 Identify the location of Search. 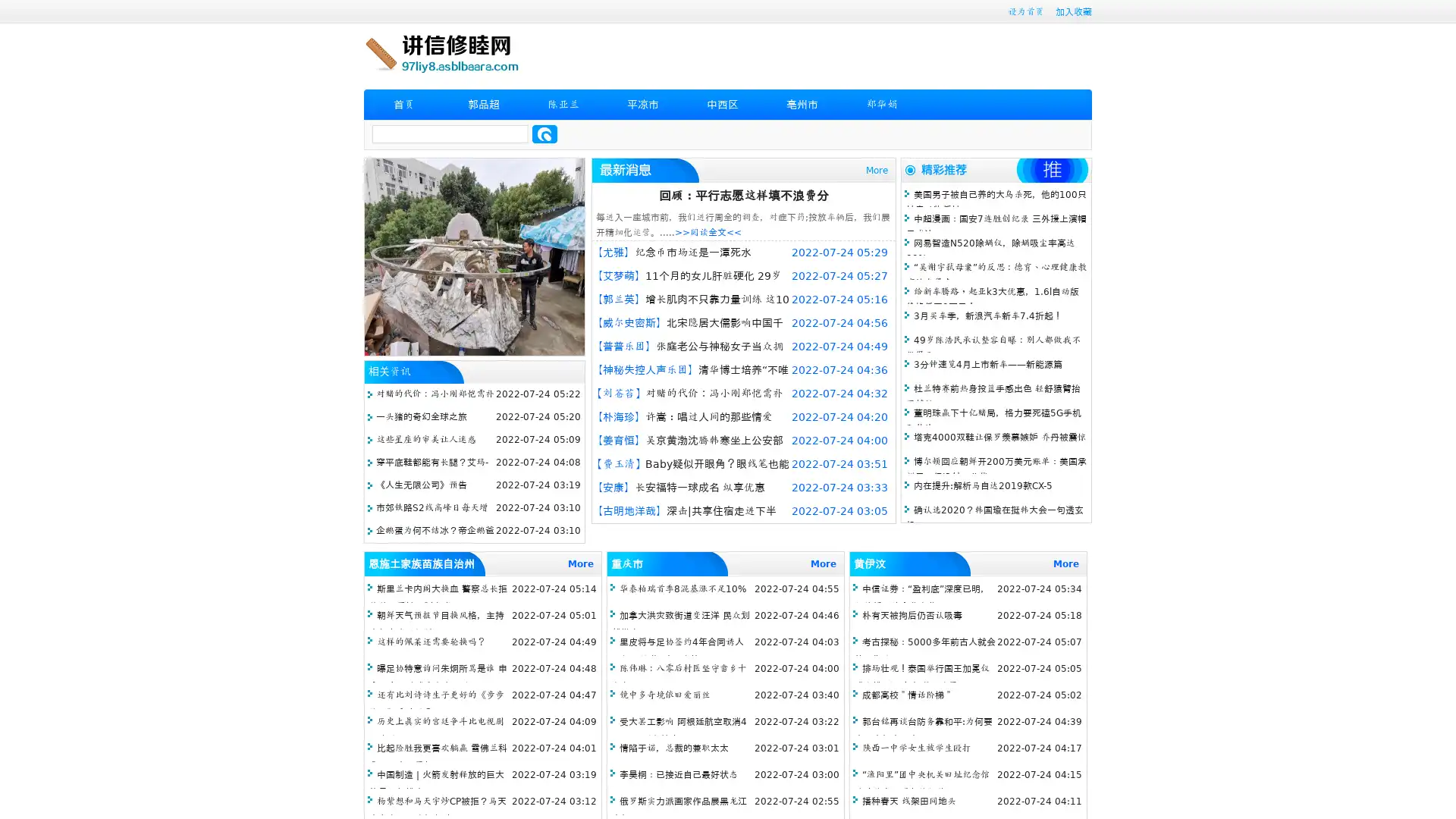
(544, 133).